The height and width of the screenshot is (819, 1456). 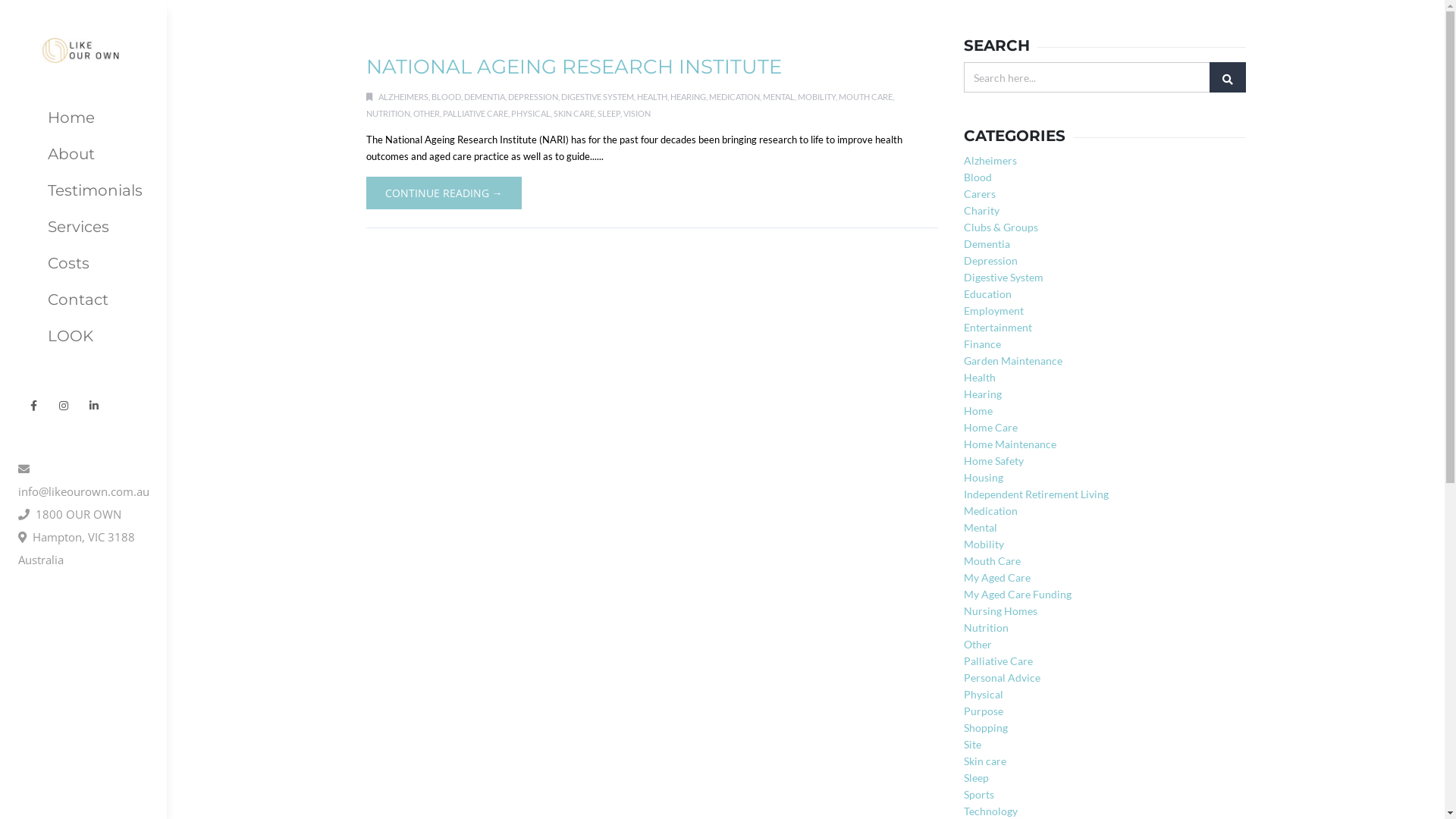 I want to click on 'Home Maintenance', so click(x=1009, y=444).